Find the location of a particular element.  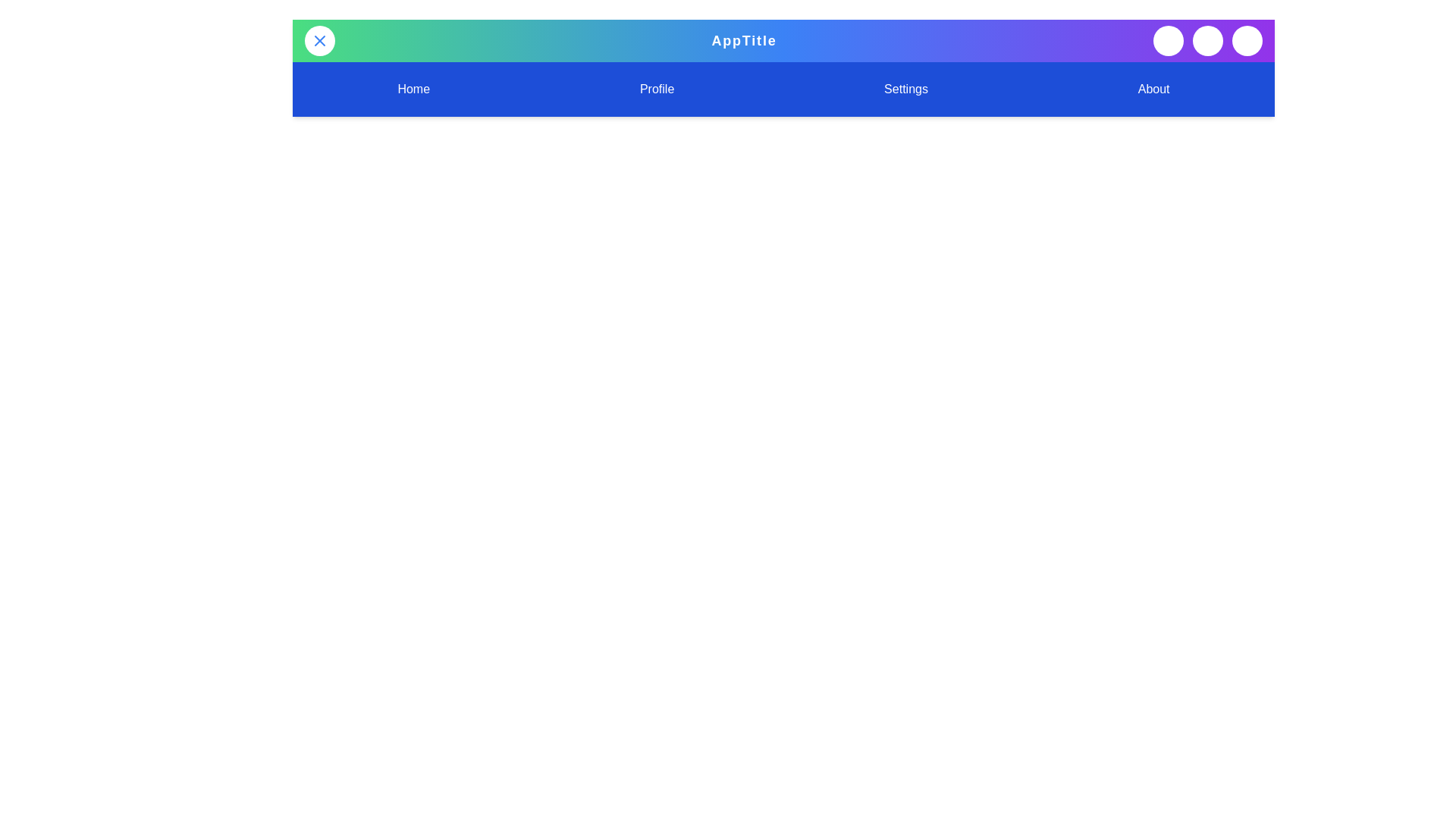

'User' button in the top-right corner of the app bar is located at coordinates (1247, 40).